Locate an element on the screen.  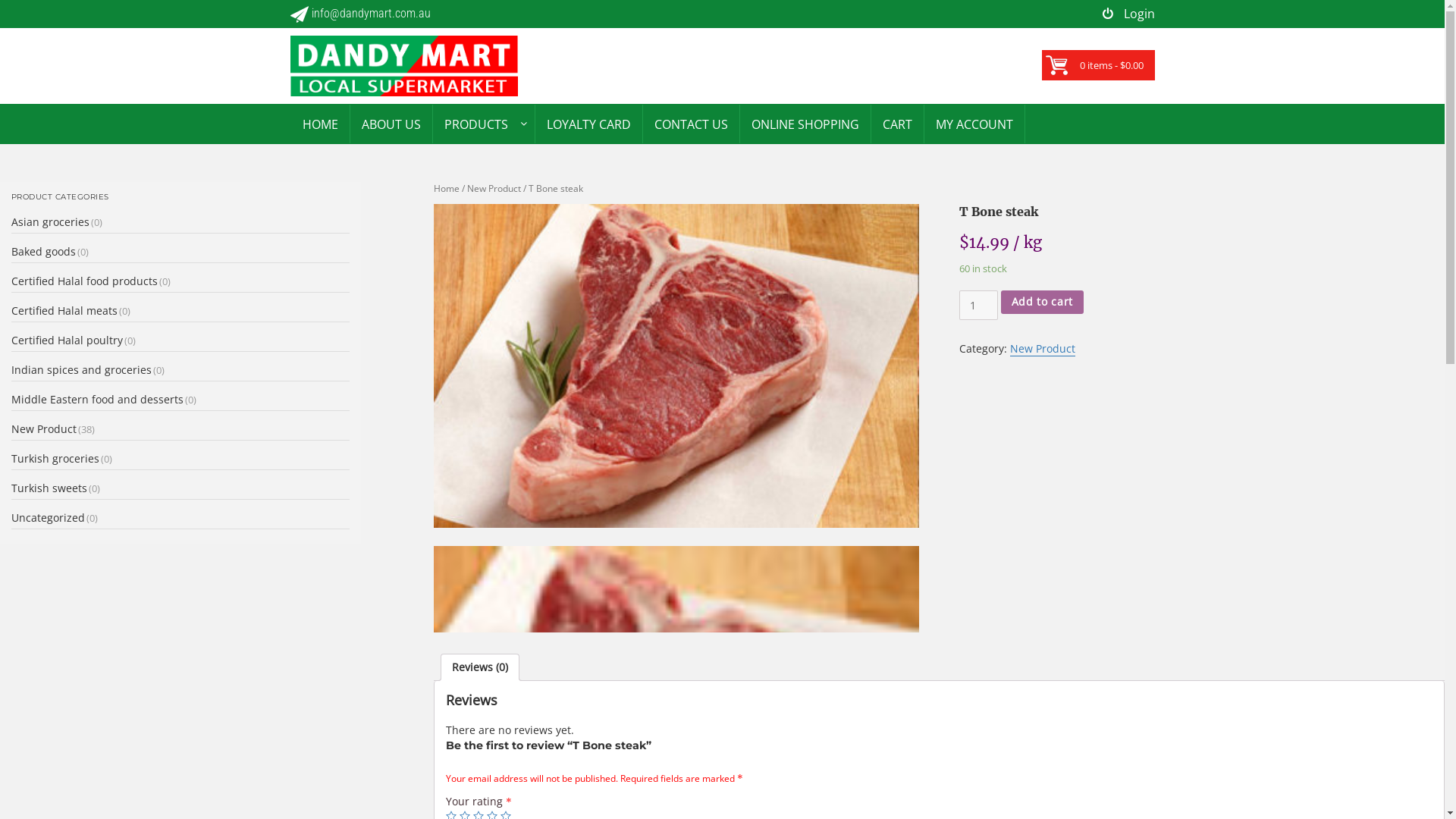
'Home' is located at coordinates (446, 187).